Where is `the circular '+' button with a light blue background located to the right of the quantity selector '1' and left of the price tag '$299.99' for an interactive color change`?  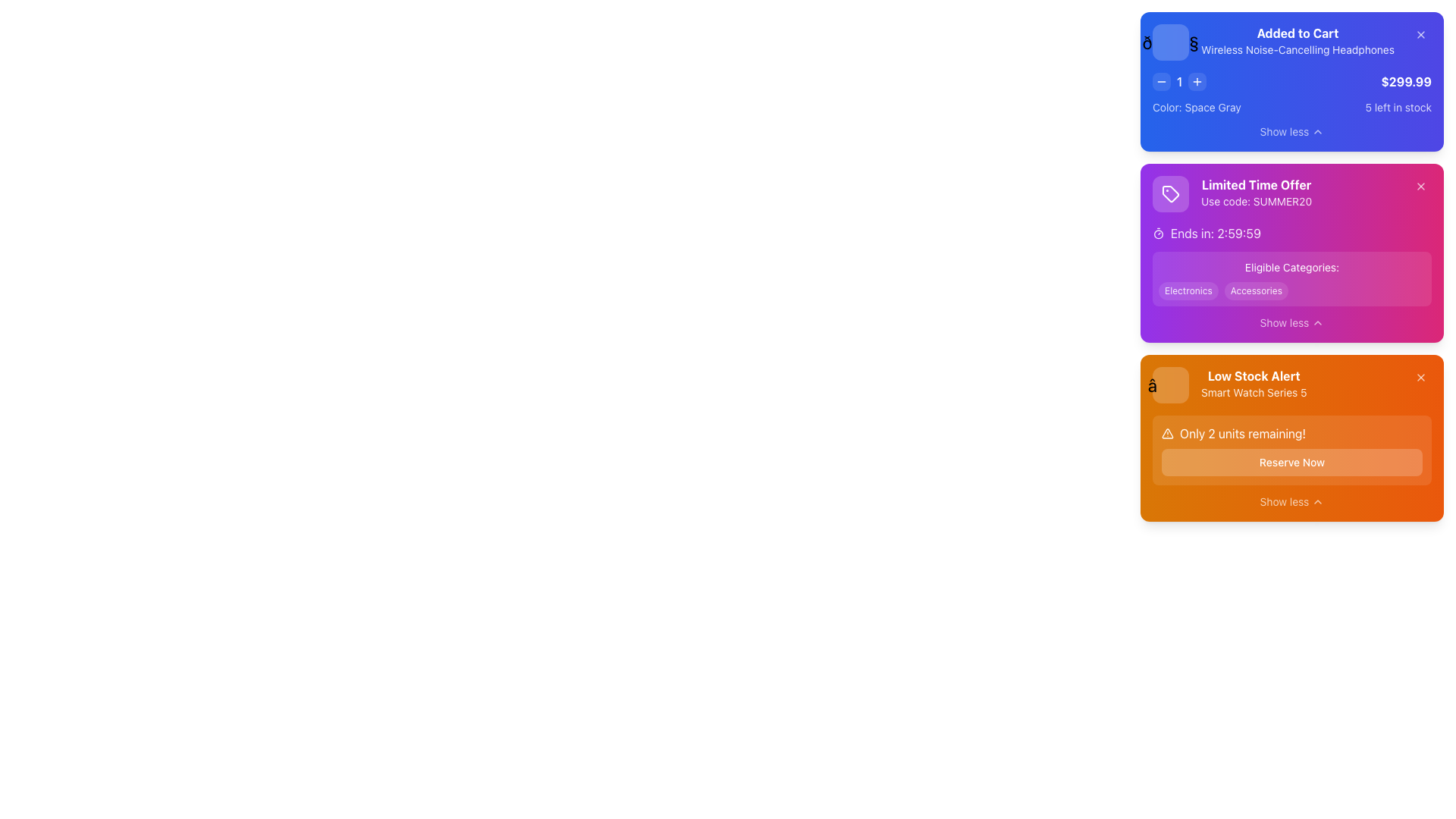
the circular '+' button with a light blue background located to the right of the quantity selector '1' and left of the price tag '$299.99' for an interactive color change is located at coordinates (1197, 82).